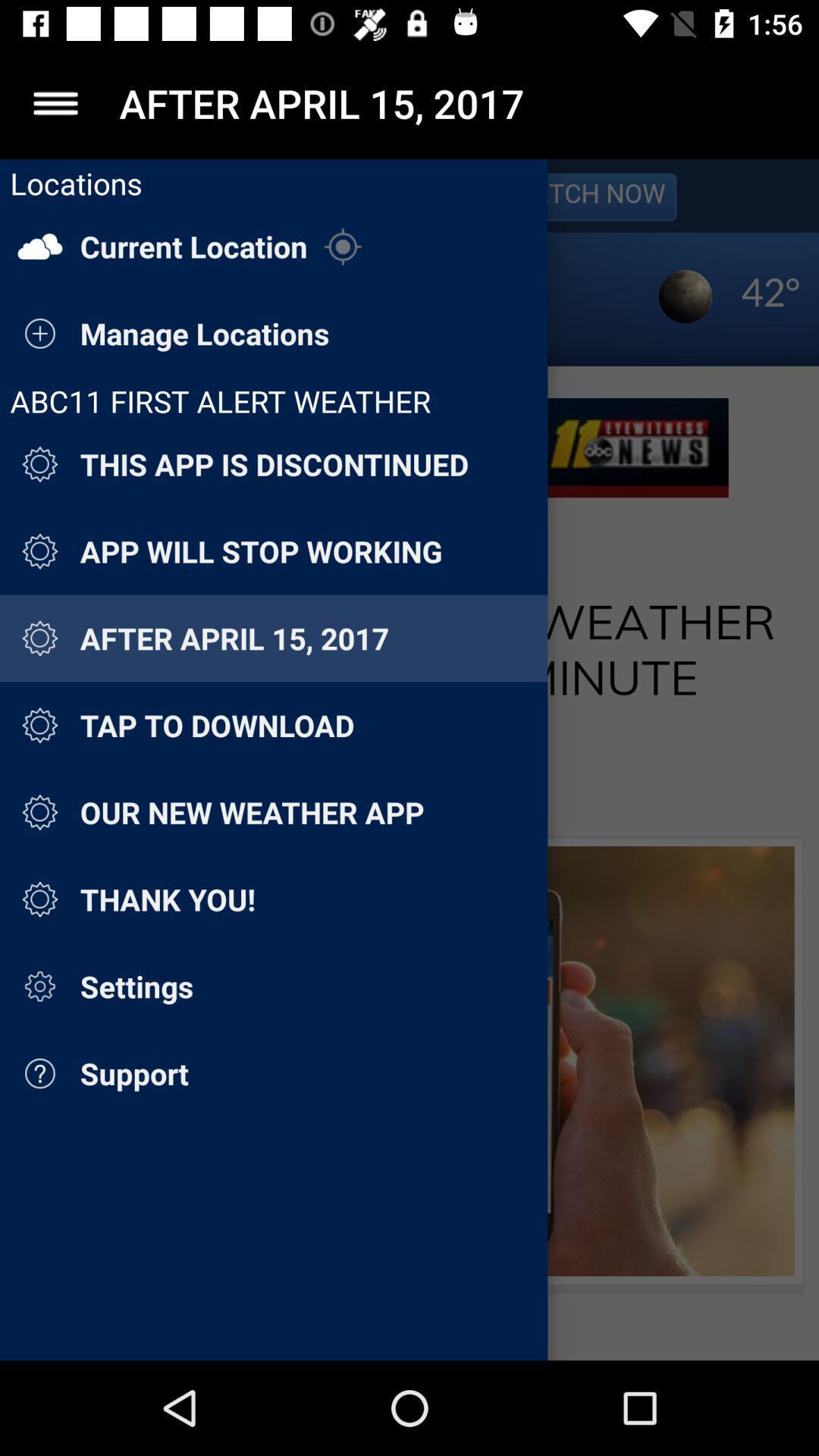 This screenshot has width=819, height=1456. What do you see at coordinates (409, 760) in the screenshot?
I see `locations menu` at bounding box center [409, 760].